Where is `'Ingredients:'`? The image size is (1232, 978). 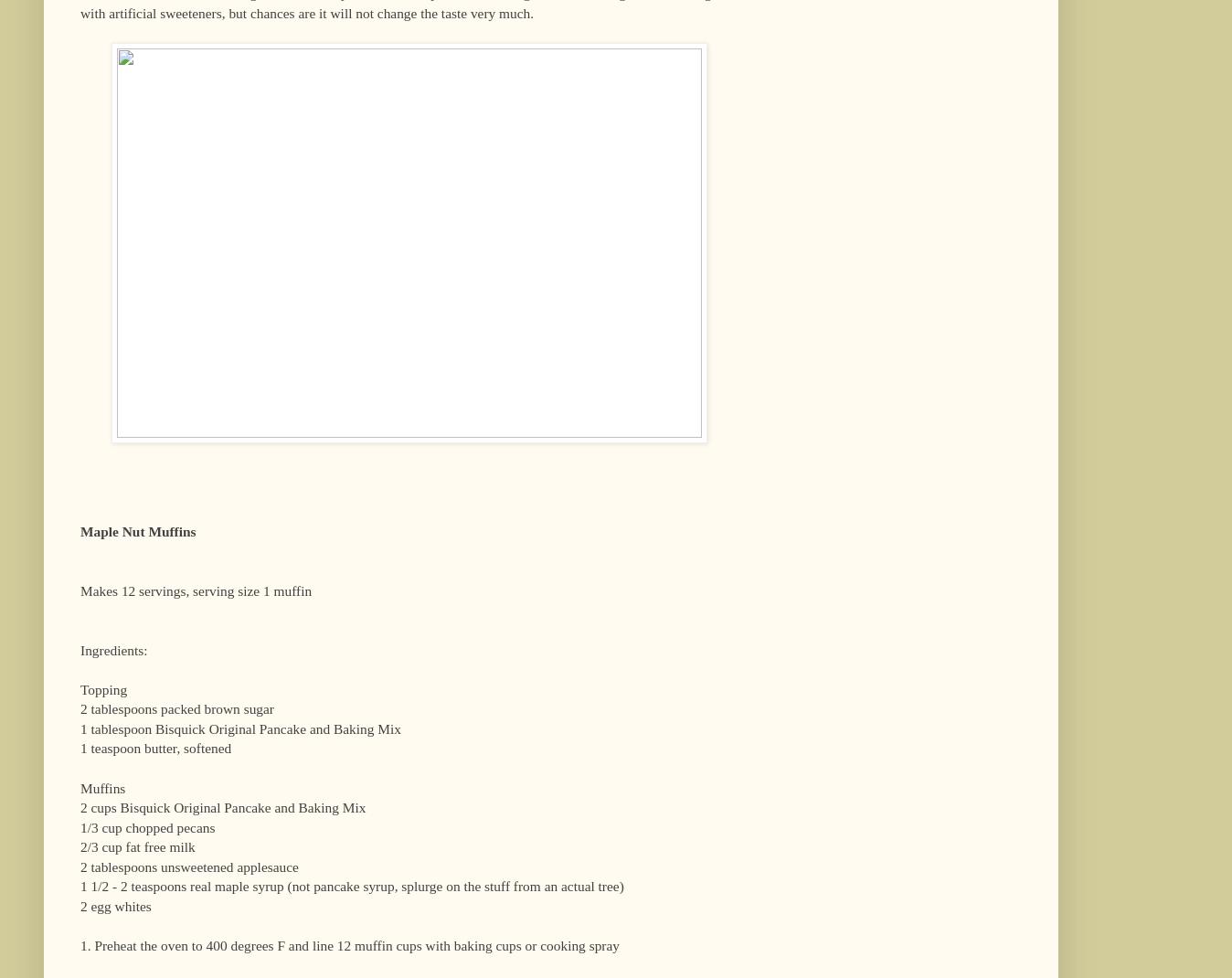
'Ingredients:' is located at coordinates (112, 649).